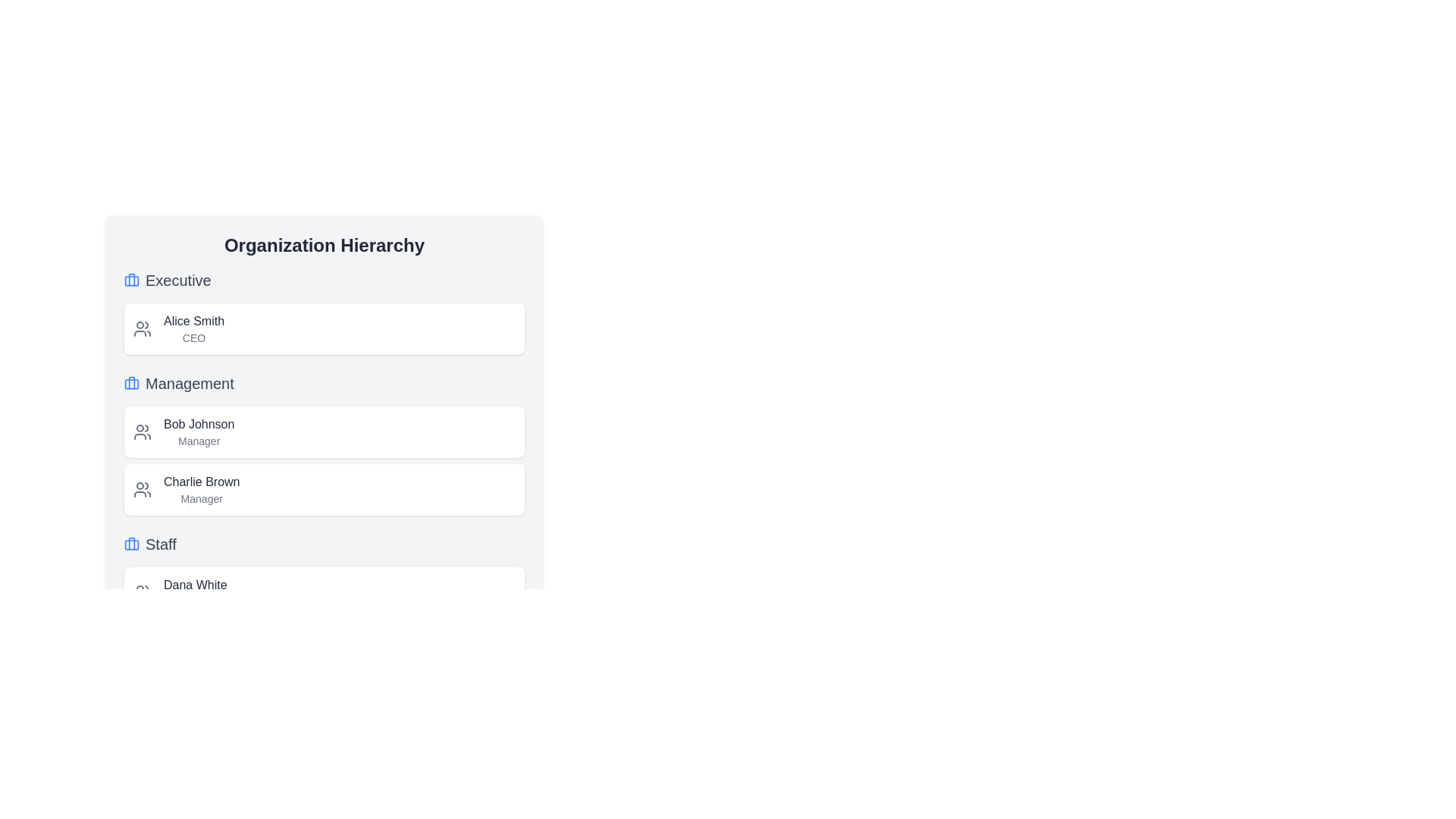 The image size is (1456, 819). I want to click on the icon representing Alice Smith, the CEO, located in the left section of the white box labeled 'Alice Smith\nCEO', so click(142, 328).